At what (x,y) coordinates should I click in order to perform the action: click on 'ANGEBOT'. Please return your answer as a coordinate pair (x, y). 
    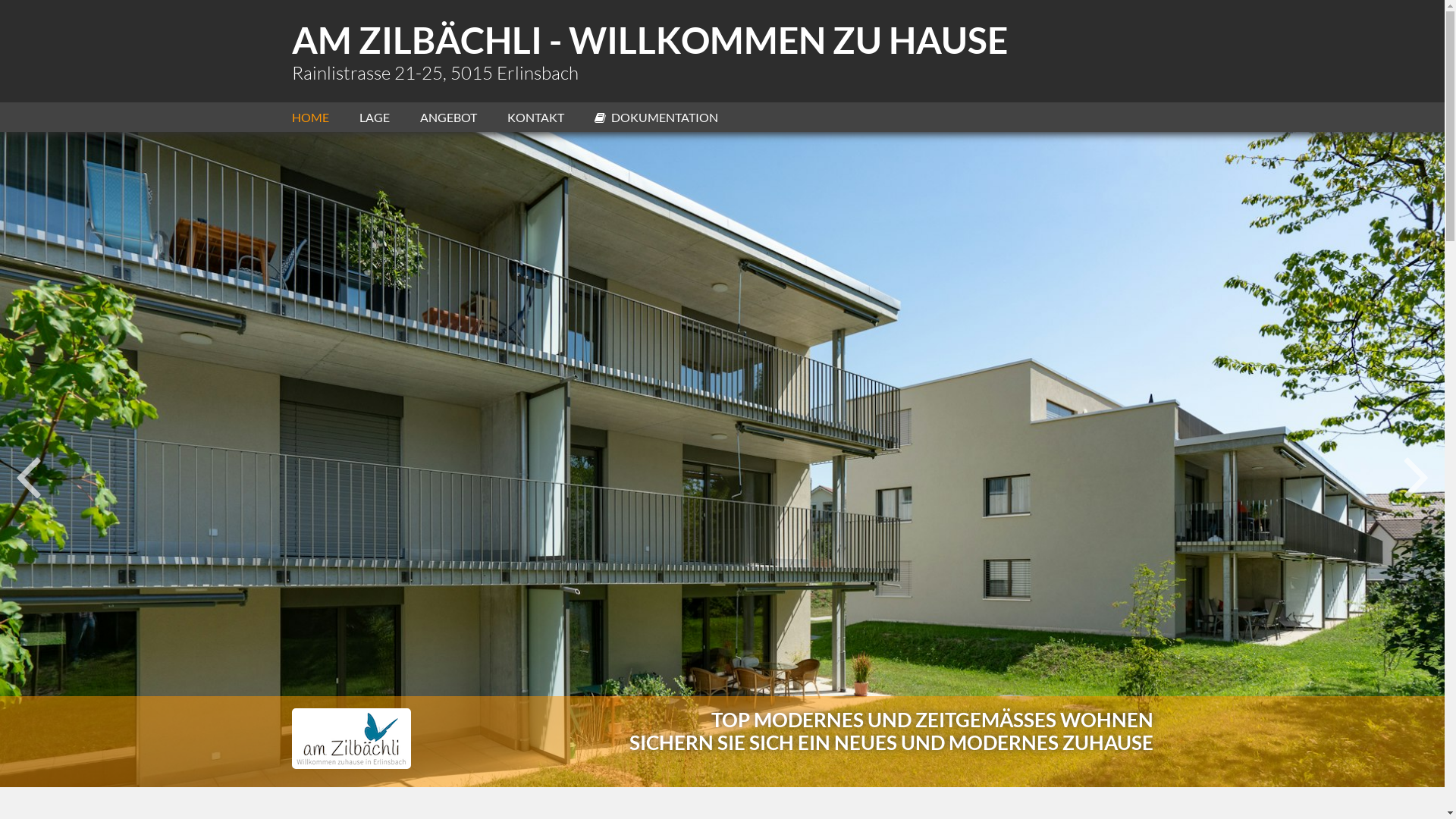
    Looking at the image, I should click on (463, 116).